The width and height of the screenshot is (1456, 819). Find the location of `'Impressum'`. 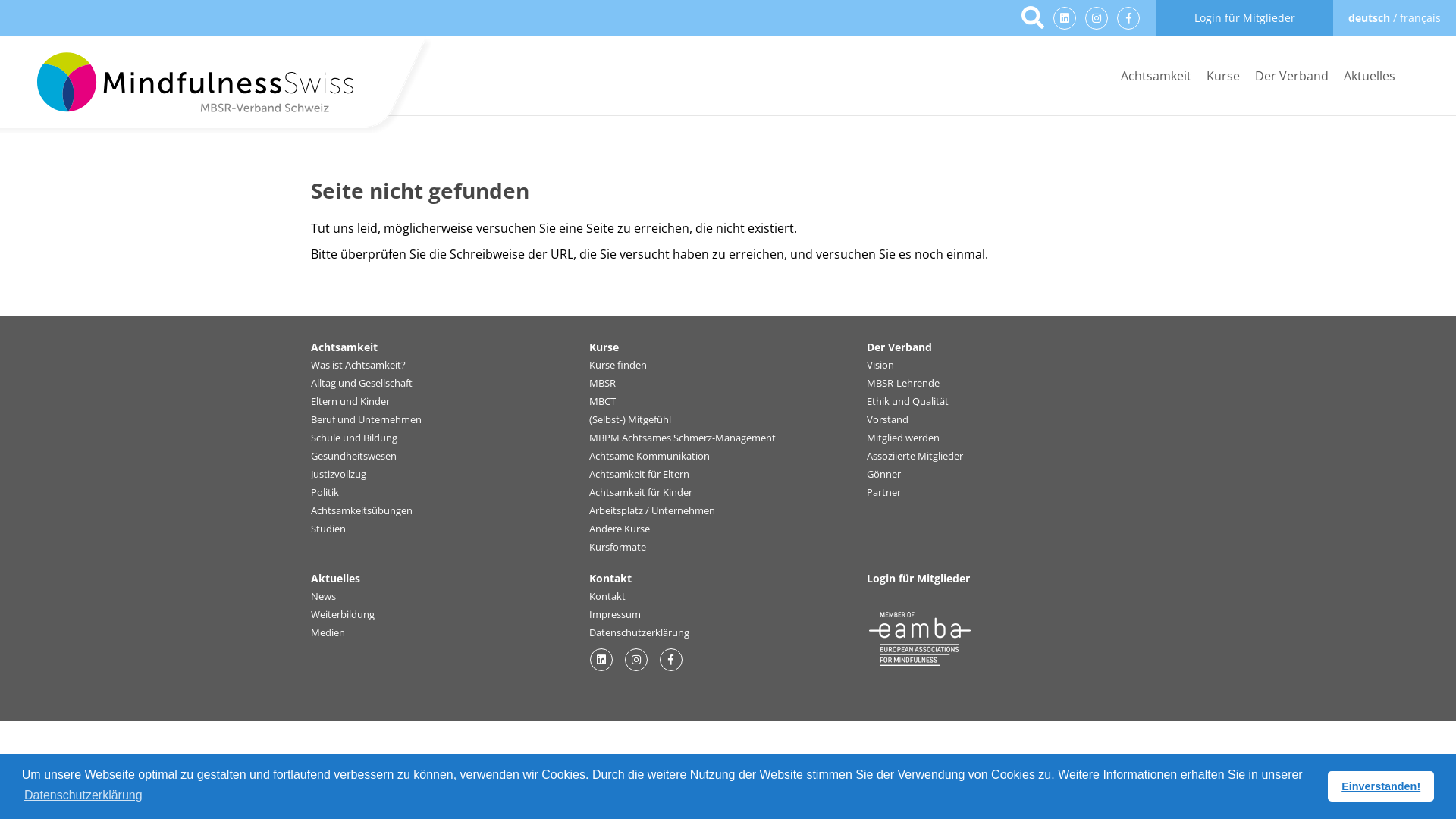

'Impressum' is located at coordinates (615, 614).